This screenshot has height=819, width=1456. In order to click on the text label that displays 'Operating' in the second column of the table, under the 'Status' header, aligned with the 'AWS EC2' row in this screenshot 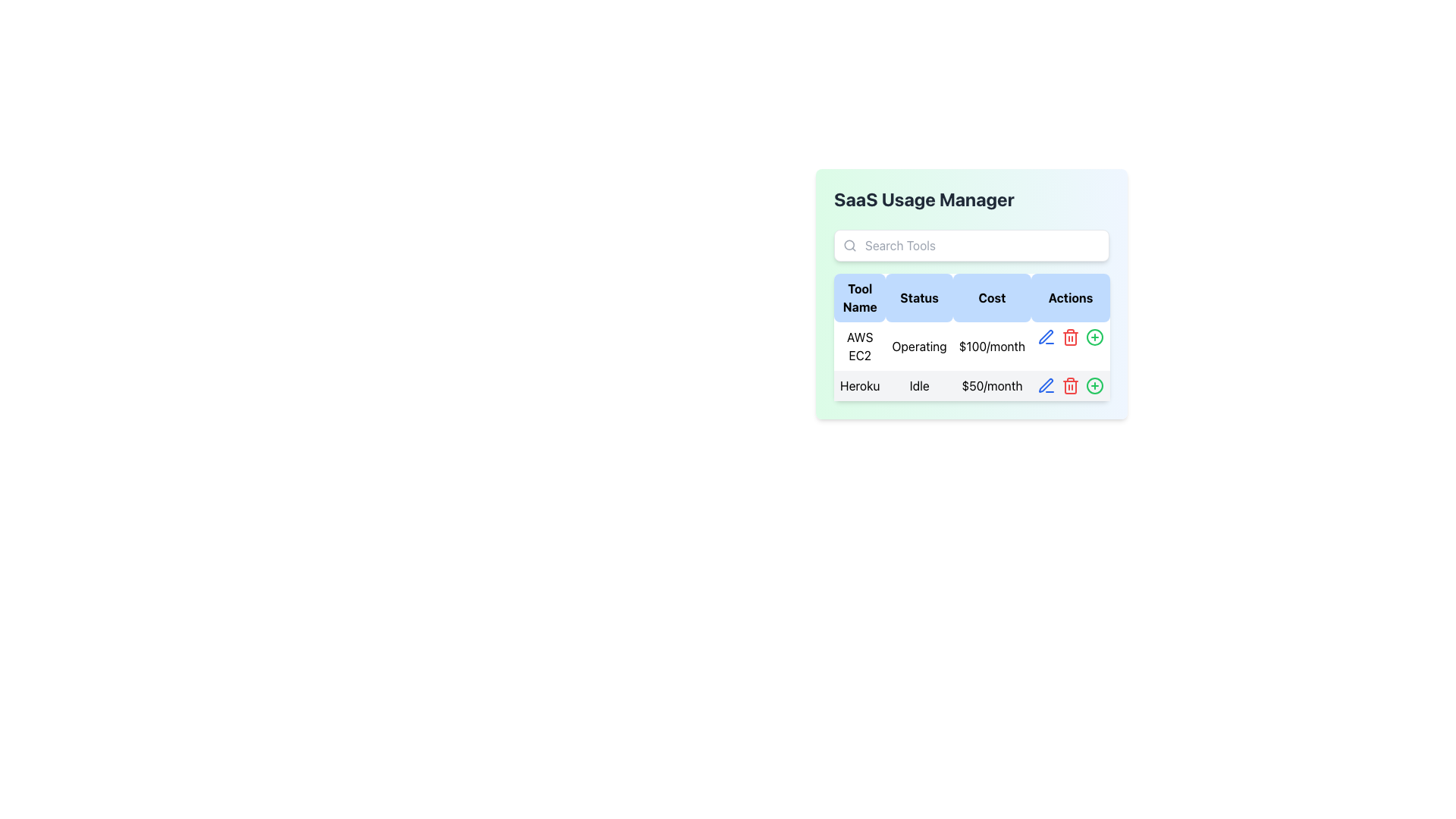, I will do `click(918, 346)`.